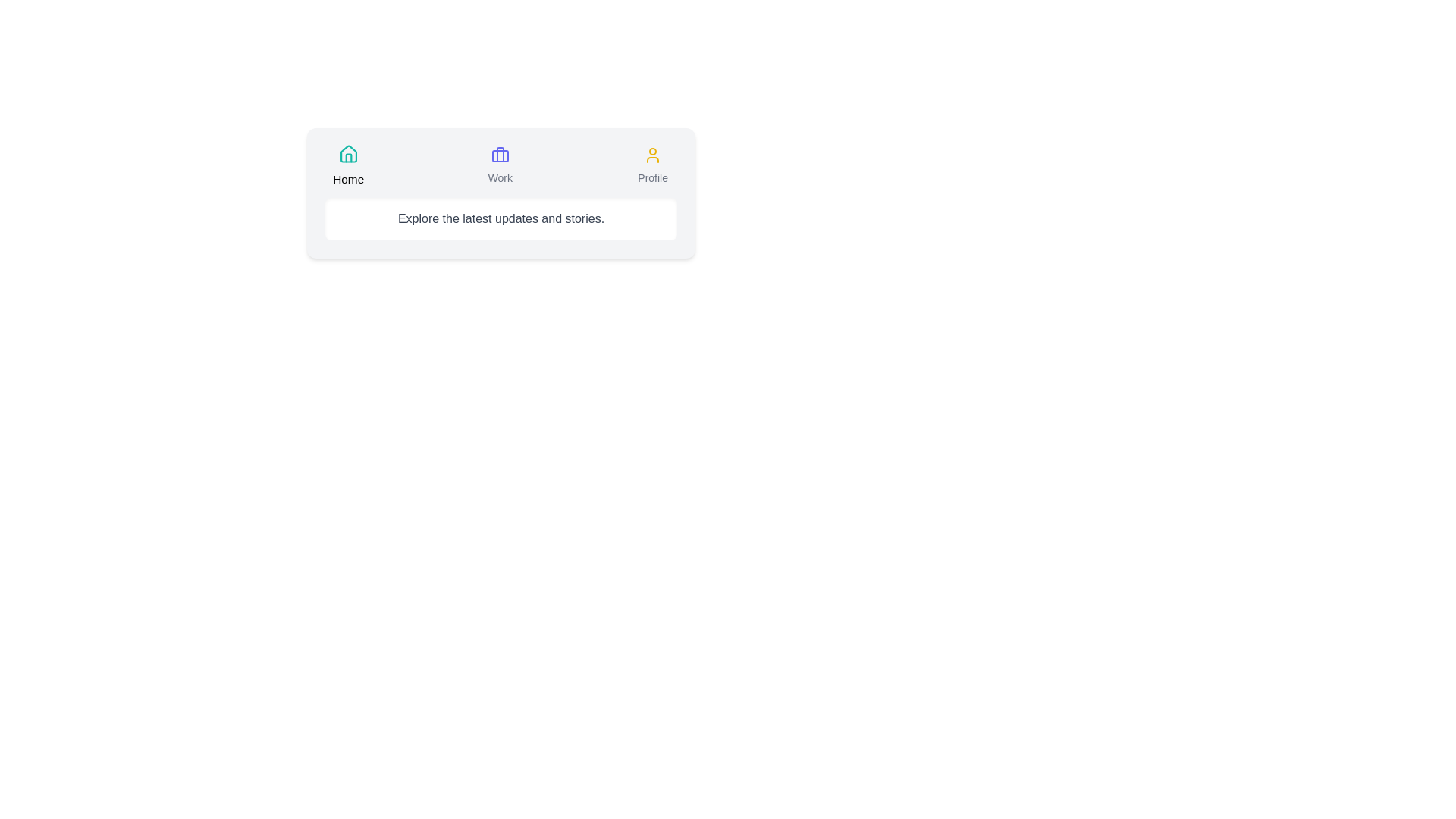  What do you see at coordinates (347, 166) in the screenshot?
I see `the Home tab to switch to it` at bounding box center [347, 166].